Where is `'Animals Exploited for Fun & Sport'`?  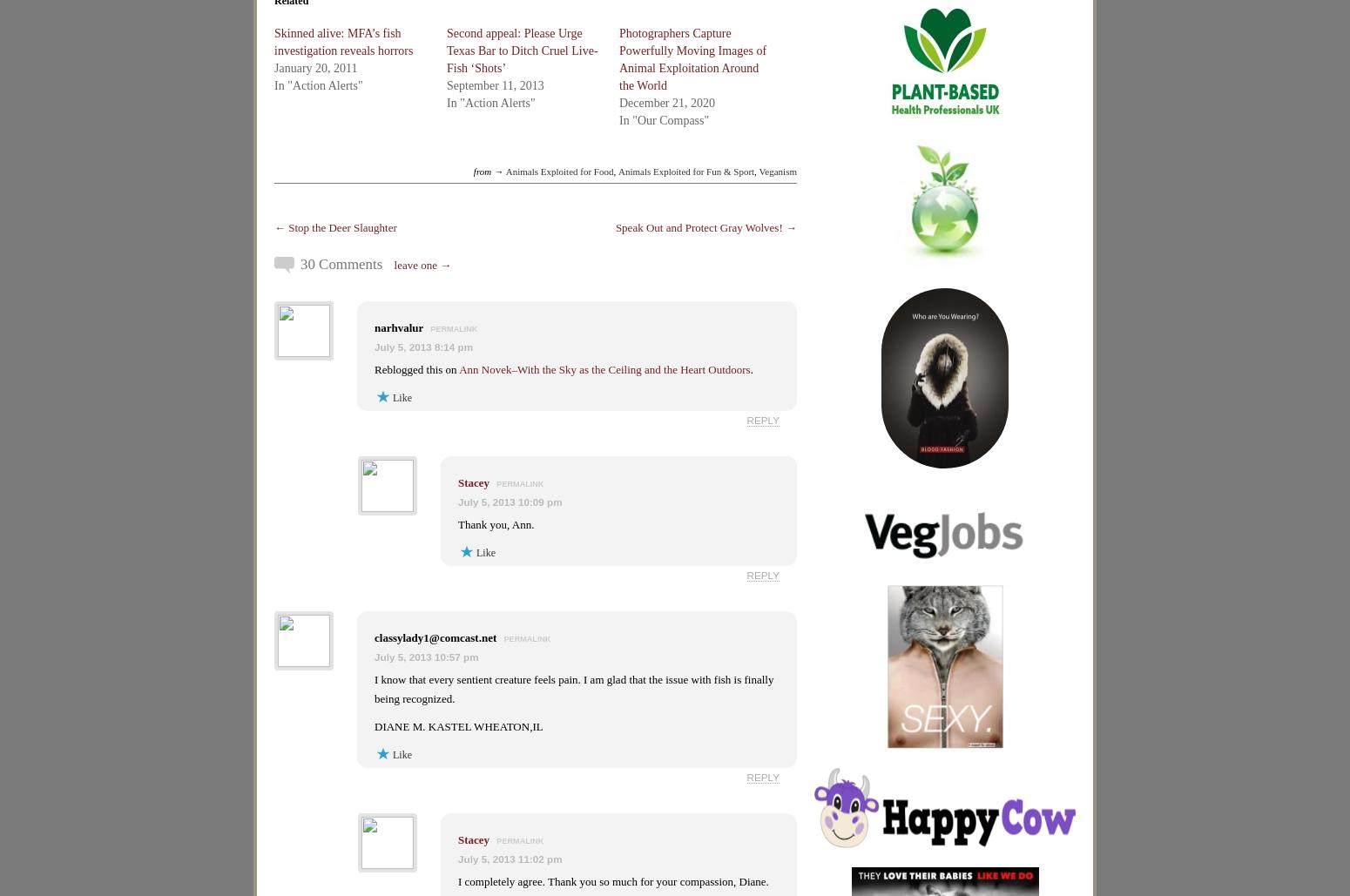 'Animals Exploited for Fun & Sport' is located at coordinates (685, 171).